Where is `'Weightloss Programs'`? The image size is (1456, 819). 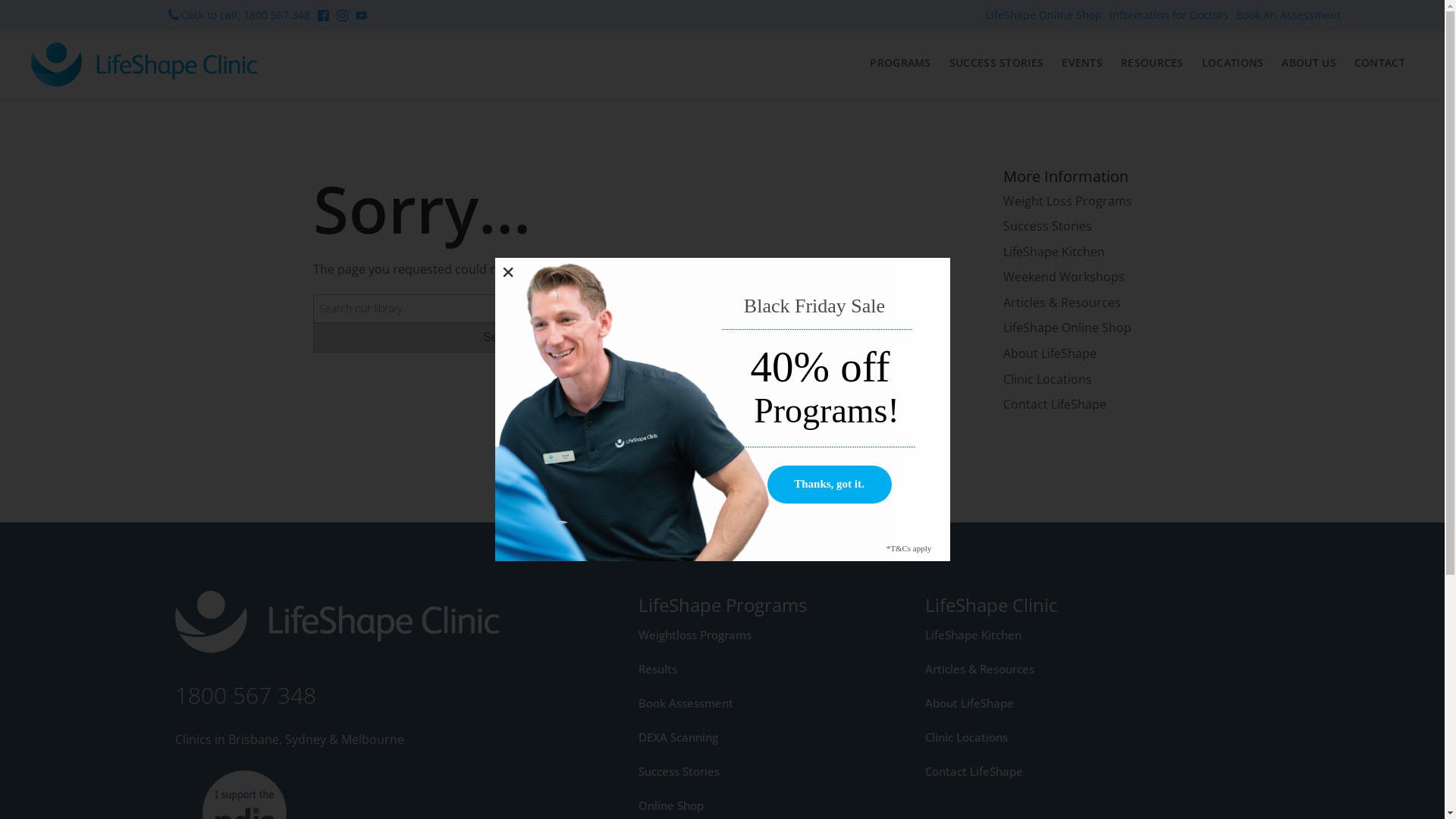
'Weightloss Programs' is located at coordinates (713, 635).